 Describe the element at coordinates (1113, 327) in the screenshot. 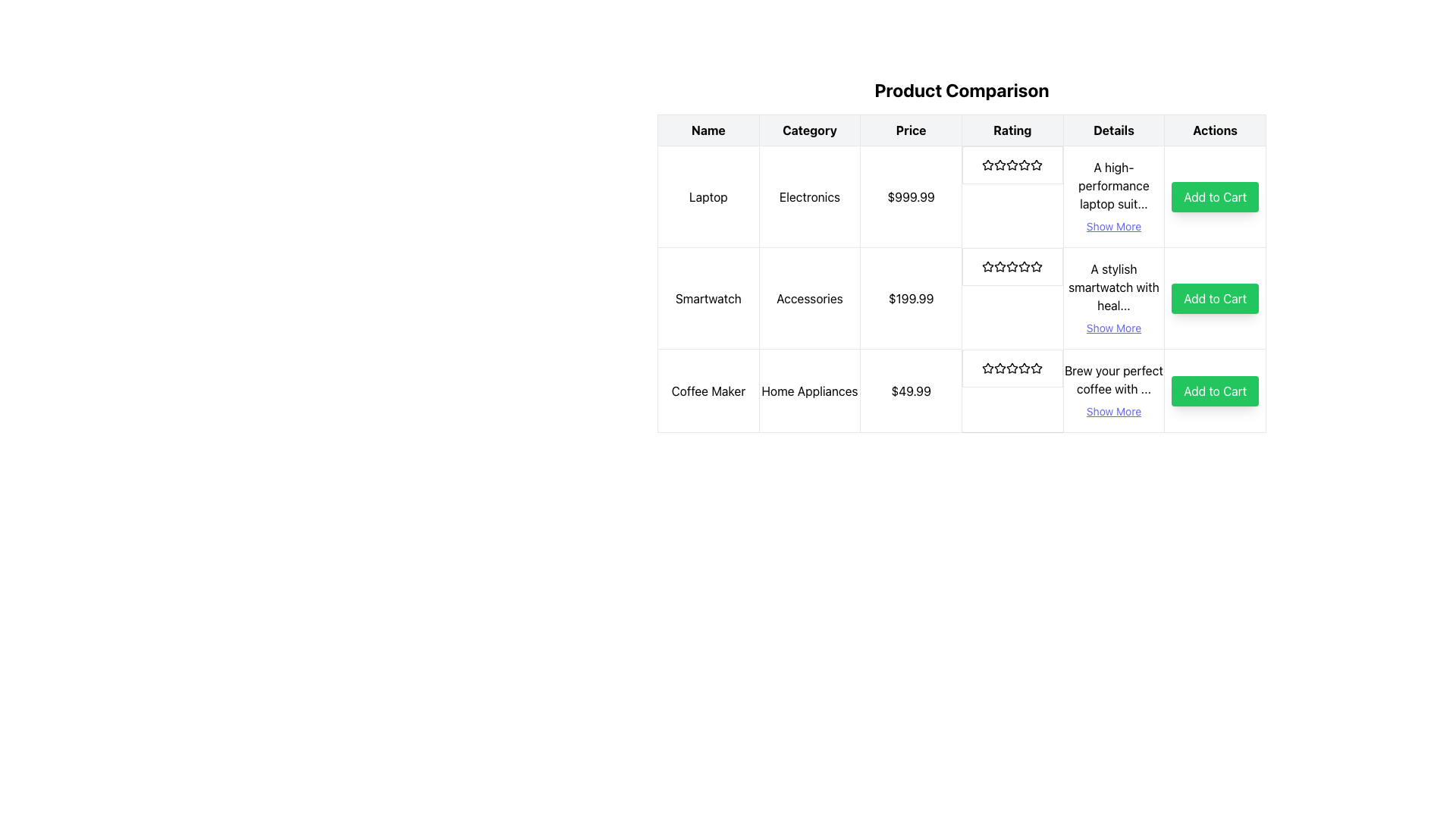

I see `the 'Show More' link styled in blue and underlined text, located in the 'Details' column of the second row in the table corresponding to the 'Smartwatch' entry` at that location.